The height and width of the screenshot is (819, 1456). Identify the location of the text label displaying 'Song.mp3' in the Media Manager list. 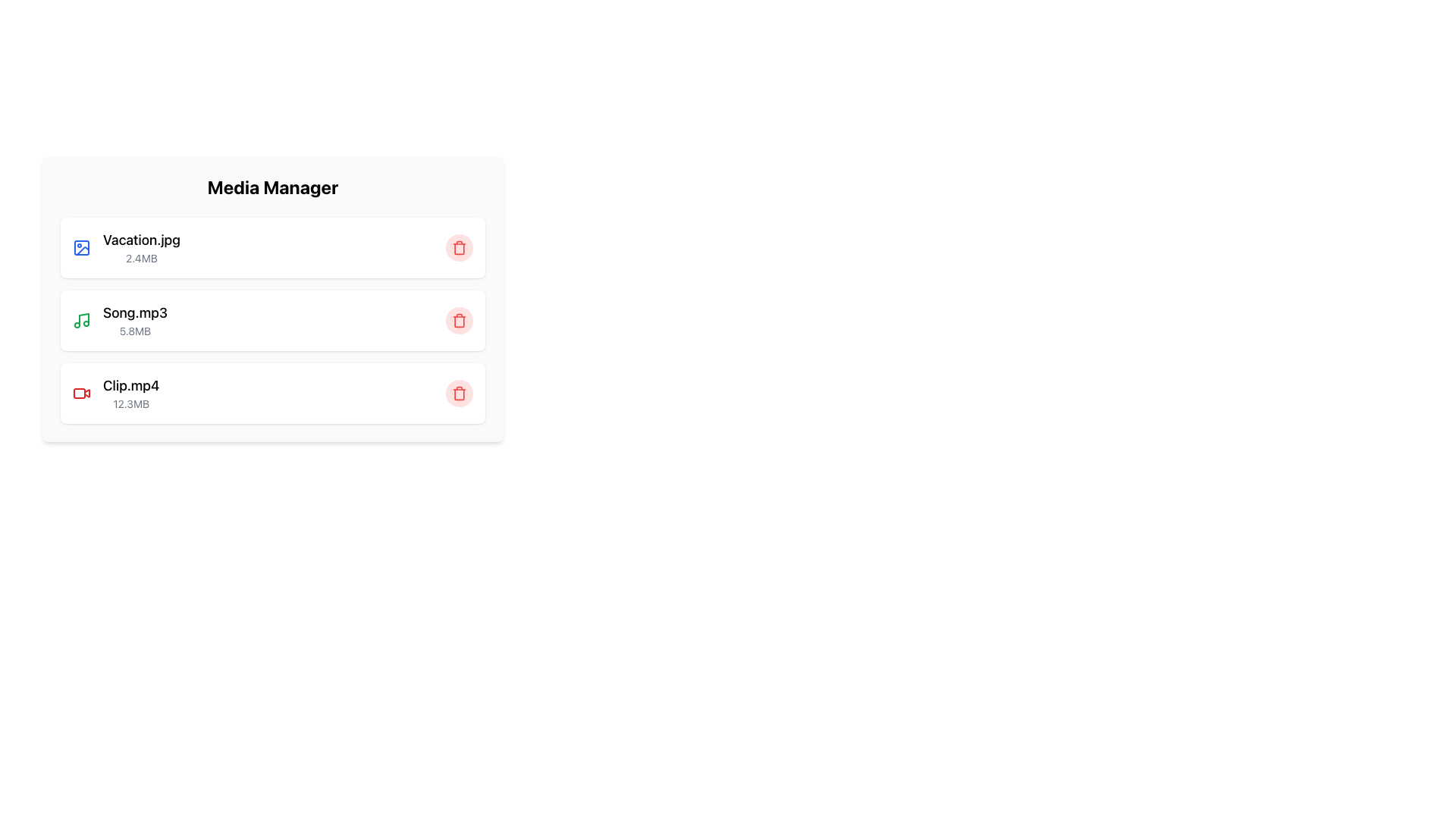
(135, 320).